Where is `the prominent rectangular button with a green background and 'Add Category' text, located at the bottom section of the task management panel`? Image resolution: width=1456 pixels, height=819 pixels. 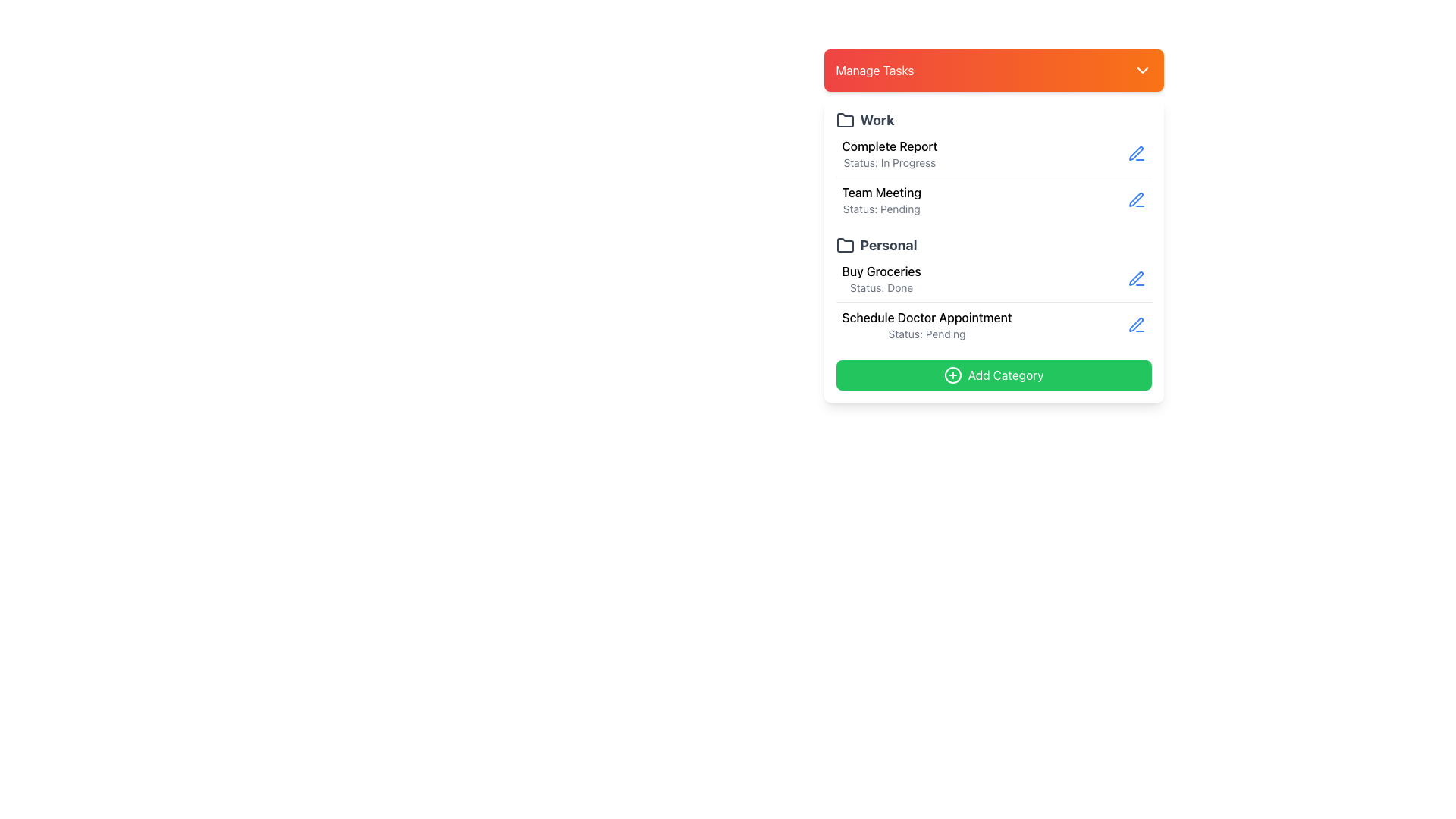 the prominent rectangular button with a green background and 'Add Category' text, located at the bottom section of the task management panel is located at coordinates (993, 375).